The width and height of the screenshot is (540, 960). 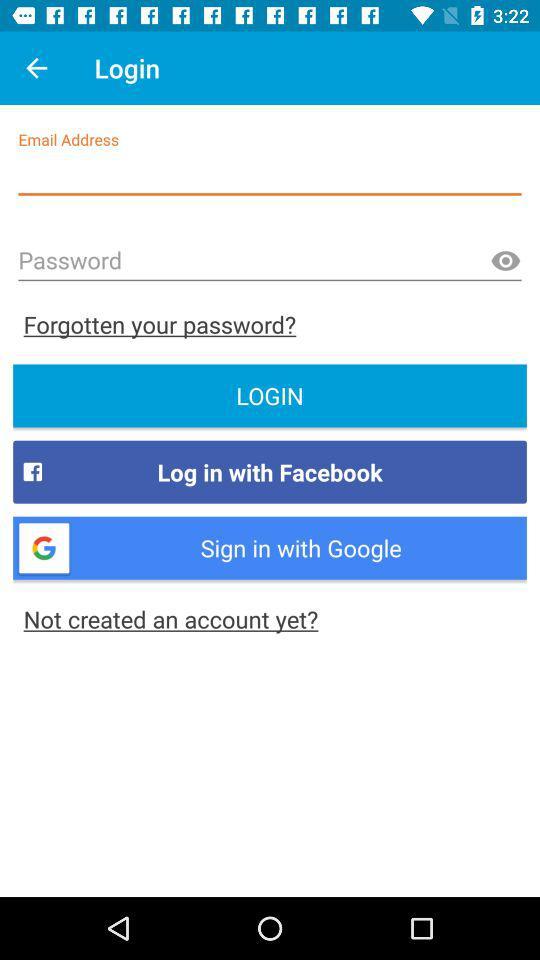 What do you see at coordinates (270, 260) in the screenshot?
I see `password` at bounding box center [270, 260].